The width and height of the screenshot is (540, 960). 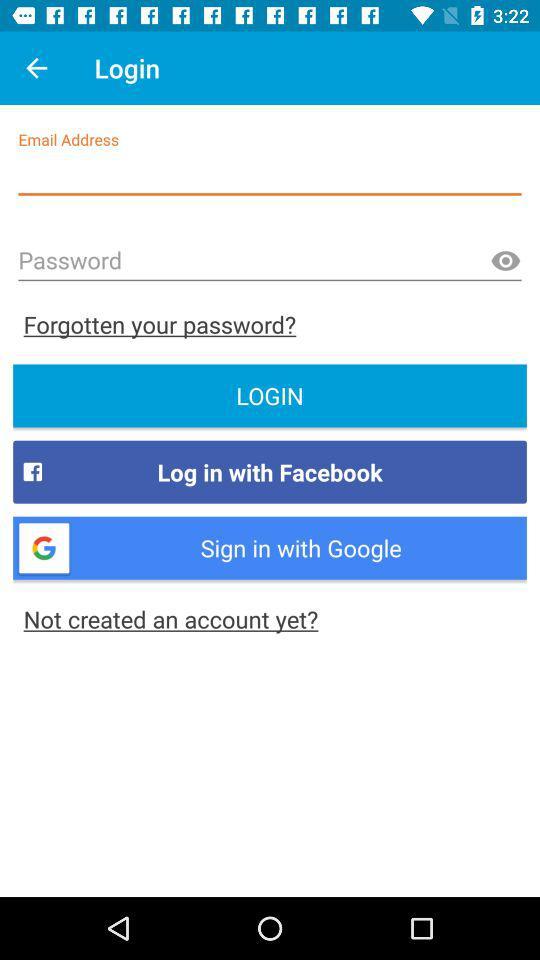 What do you see at coordinates (270, 260) in the screenshot?
I see `password` at bounding box center [270, 260].